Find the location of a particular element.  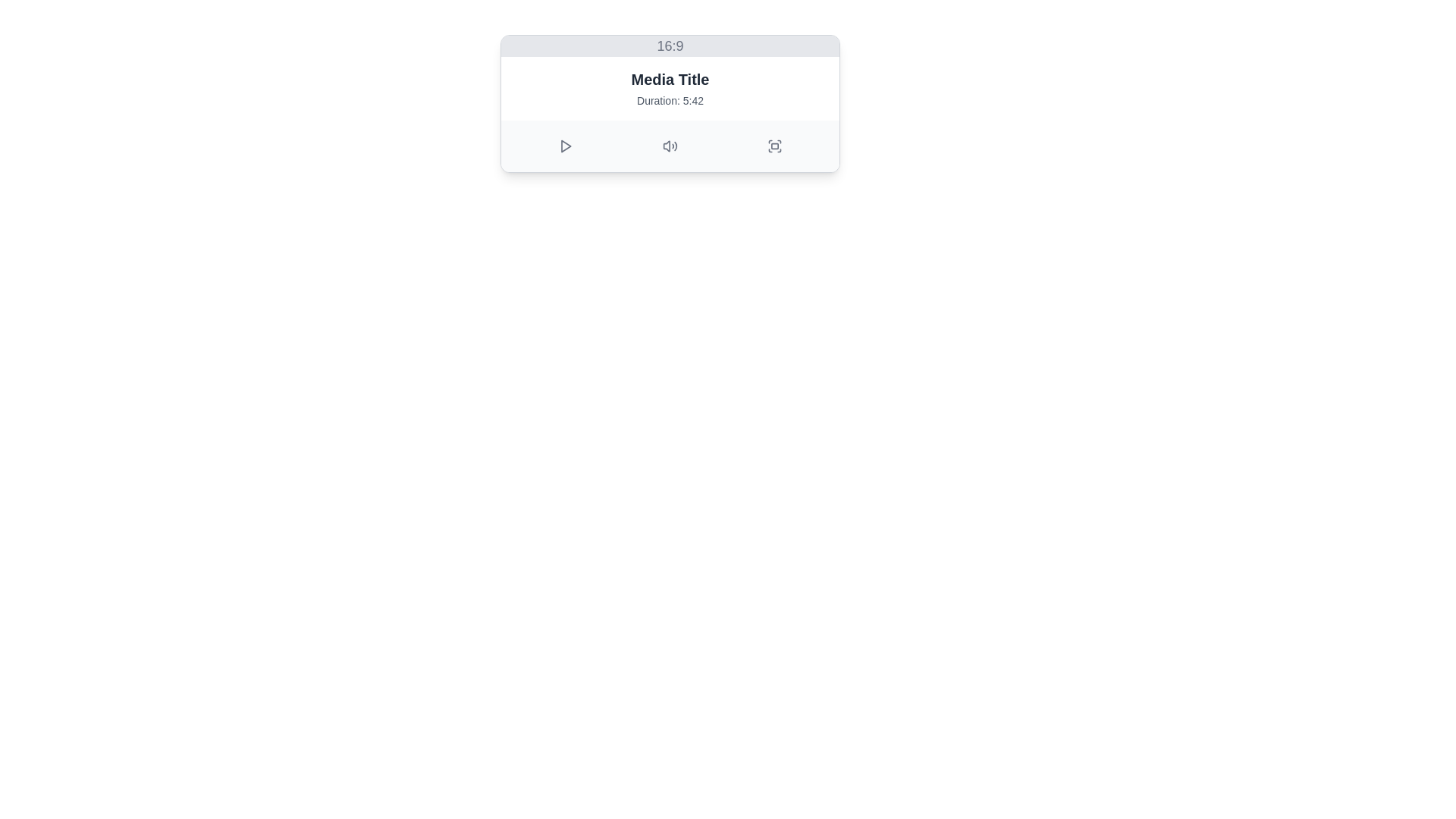

the leftmost circular button in the media control bar is located at coordinates (564, 146).